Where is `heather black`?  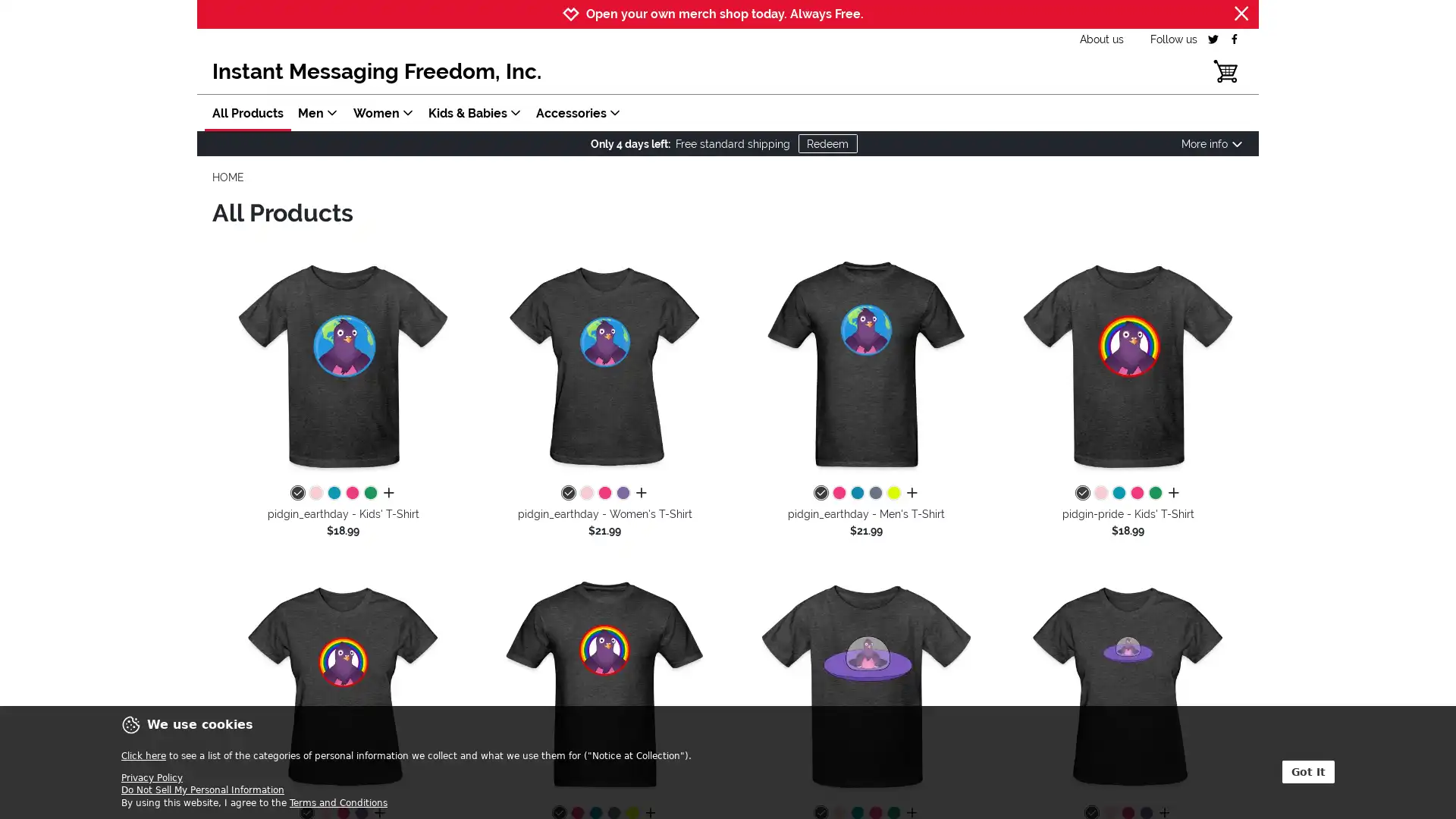
heather black is located at coordinates (297, 494).